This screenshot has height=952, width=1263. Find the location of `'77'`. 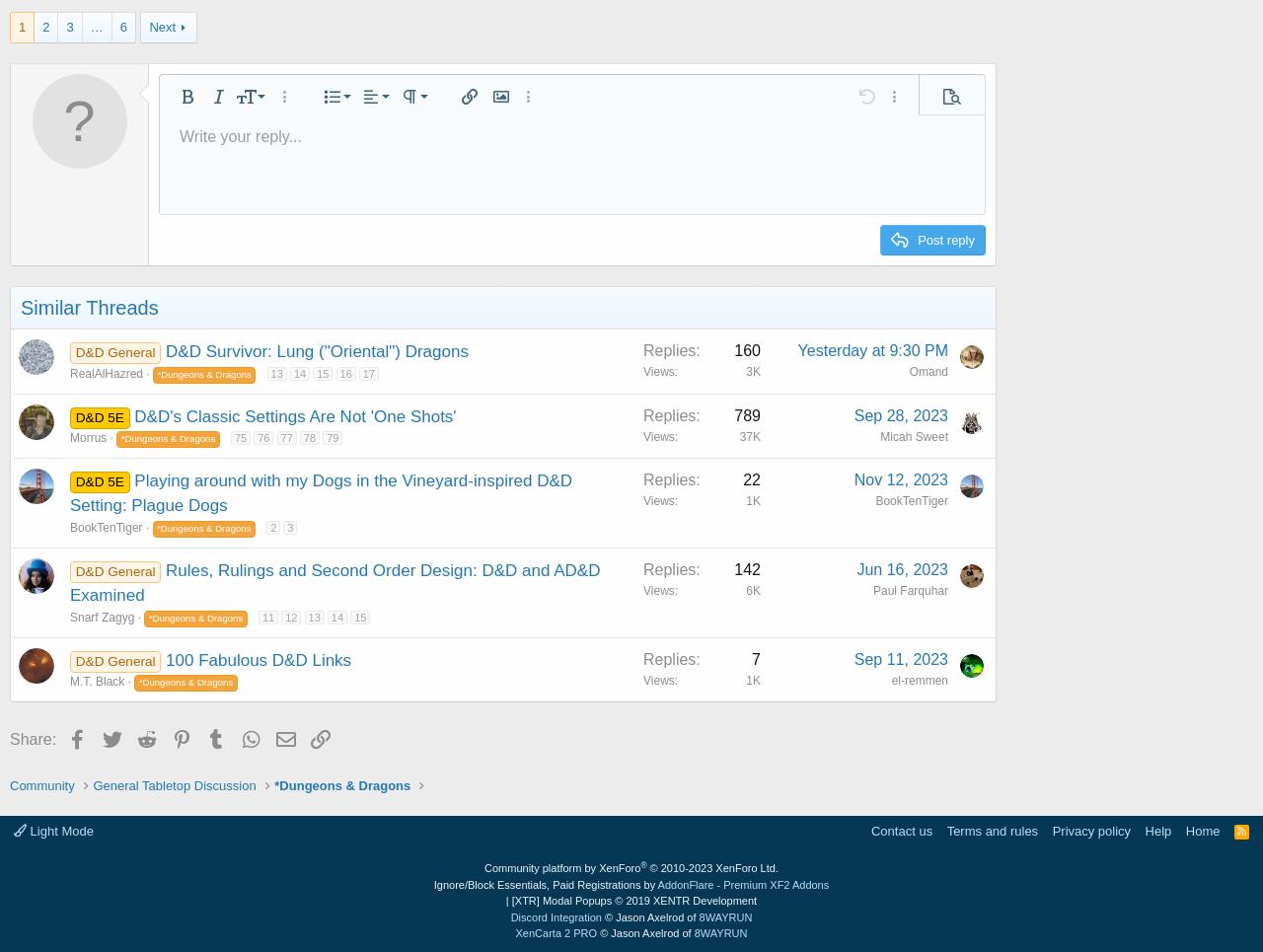

'77' is located at coordinates (285, 437).